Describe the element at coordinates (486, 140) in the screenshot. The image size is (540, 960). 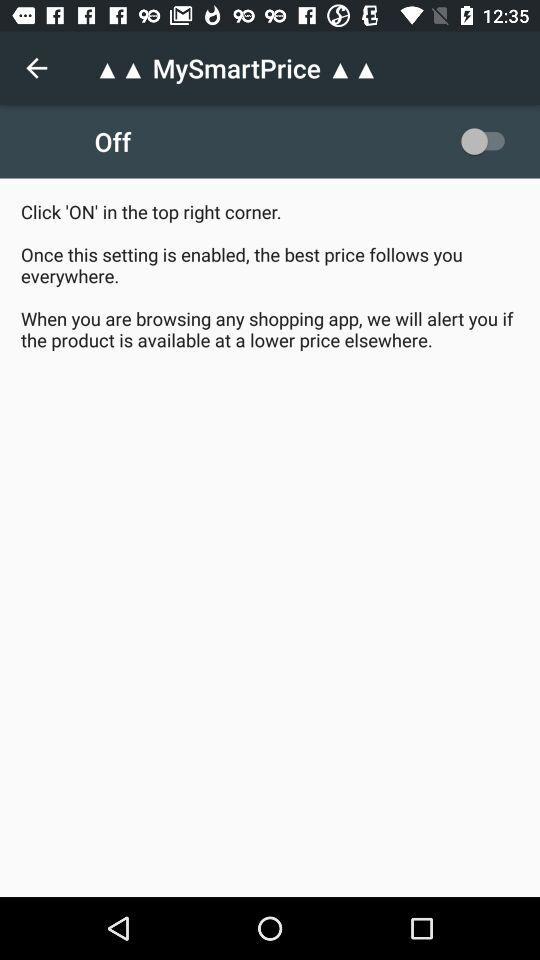
I see `the app above the click on in app` at that location.